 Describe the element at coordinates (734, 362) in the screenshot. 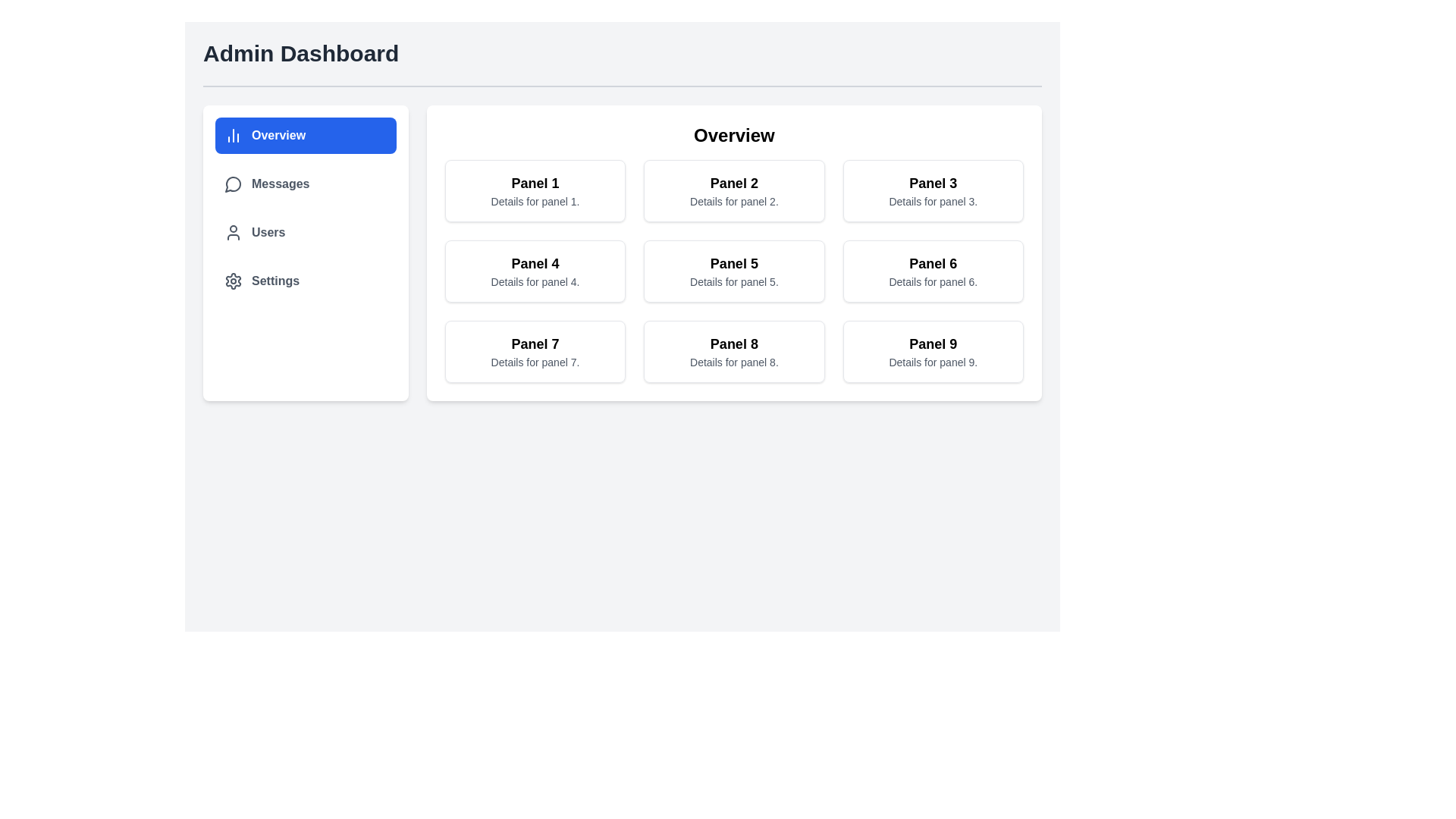

I see `the text label reading 'Details for panel 8.' which is styled in a small gray font located below the 'Panel 8' heading in the bordered panel` at that location.